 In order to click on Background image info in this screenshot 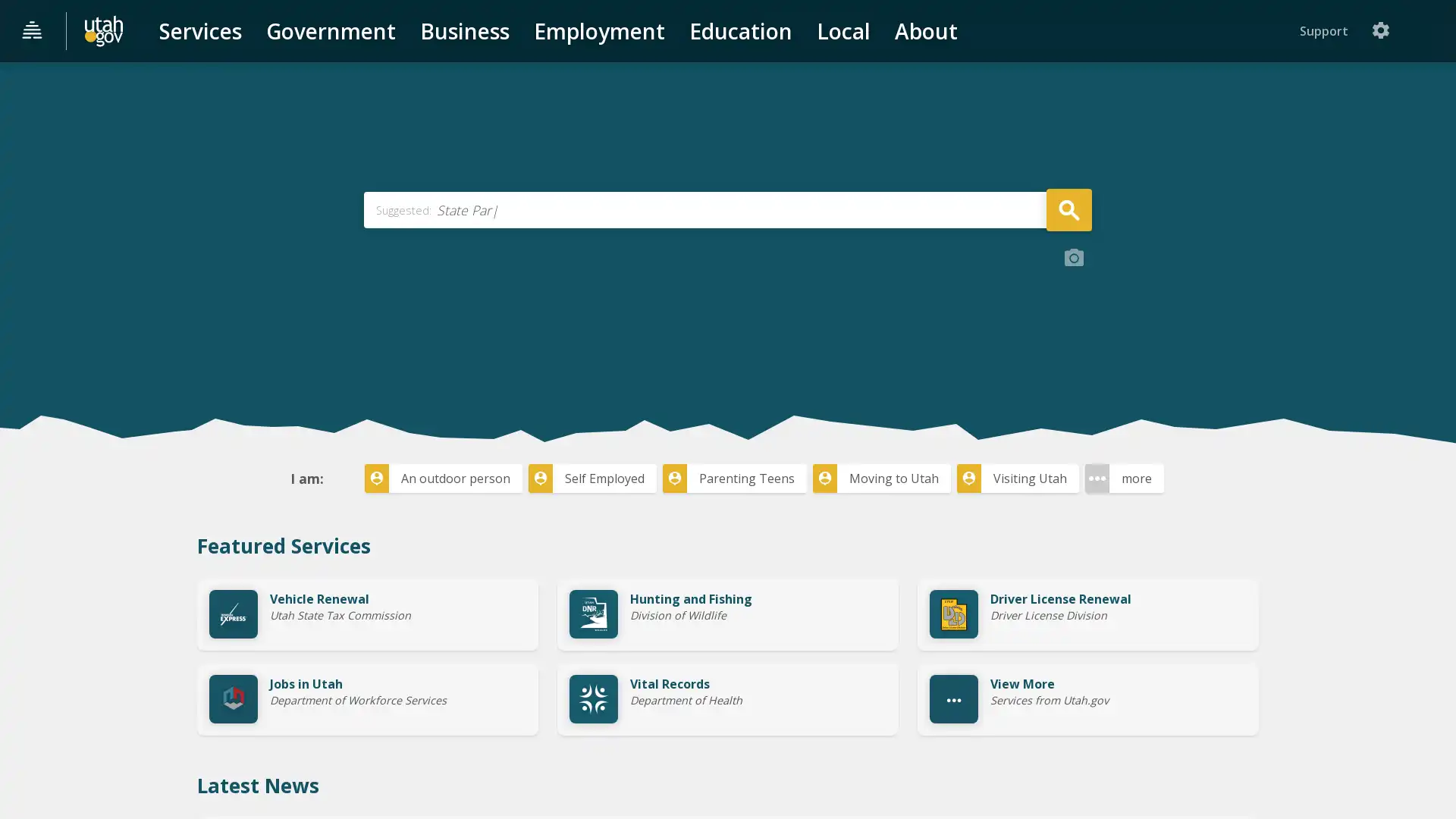, I will do `click(1073, 371)`.